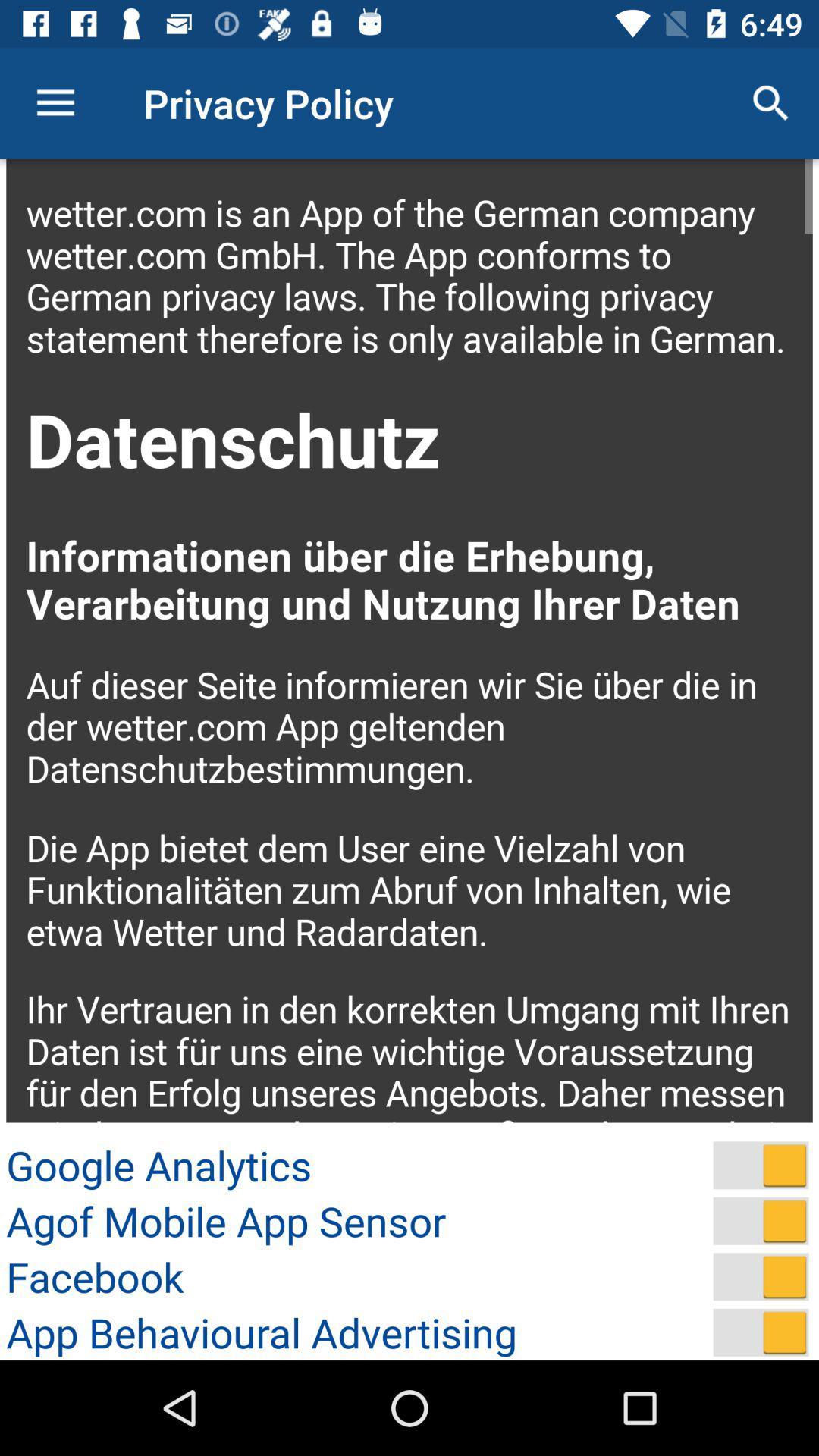 The height and width of the screenshot is (1456, 819). What do you see at coordinates (761, 1332) in the screenshot?
I see `click the add` at bounding box center [761, 1332].